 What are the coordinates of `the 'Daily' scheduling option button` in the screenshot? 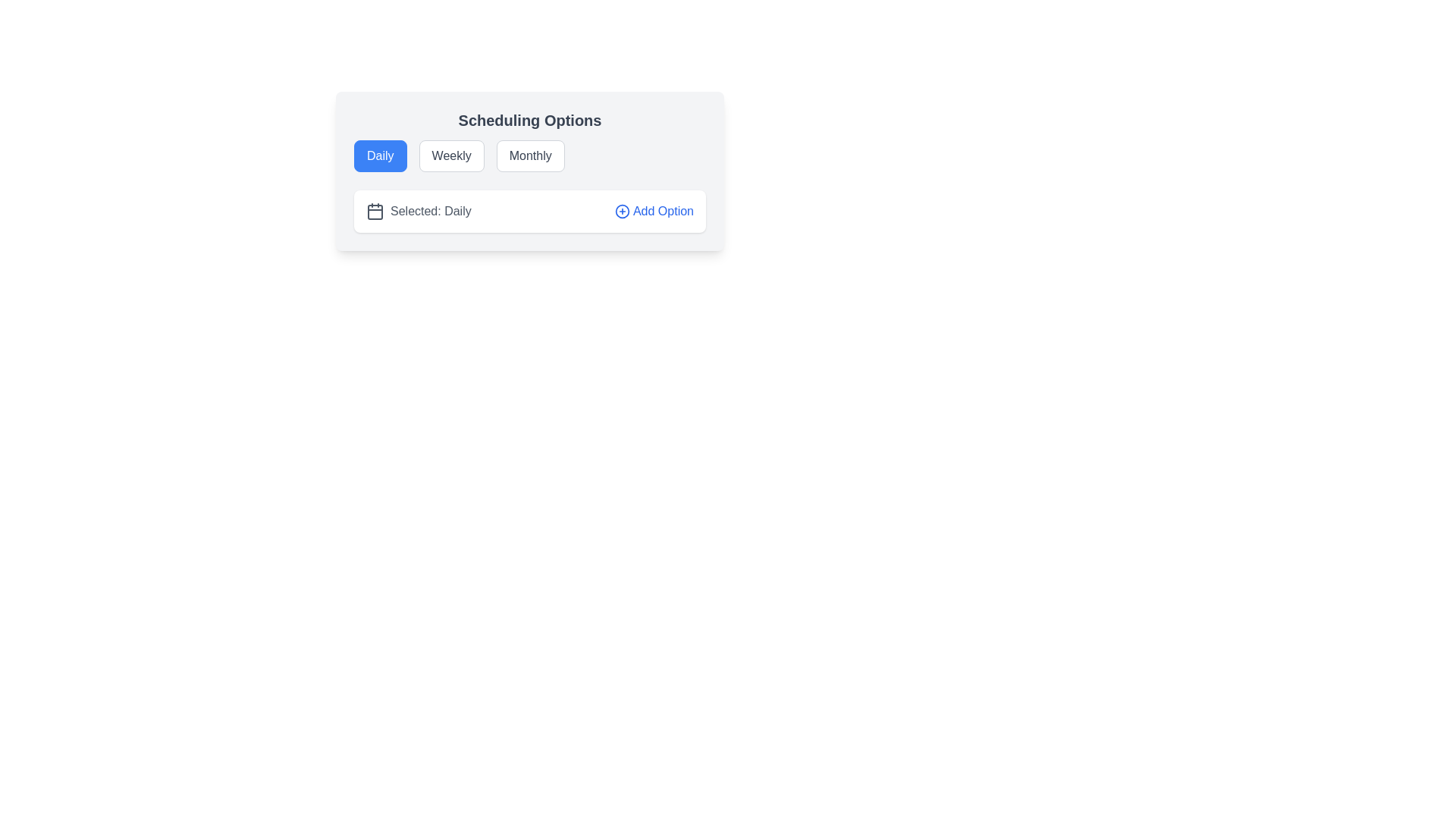 It's located at (380, 155).